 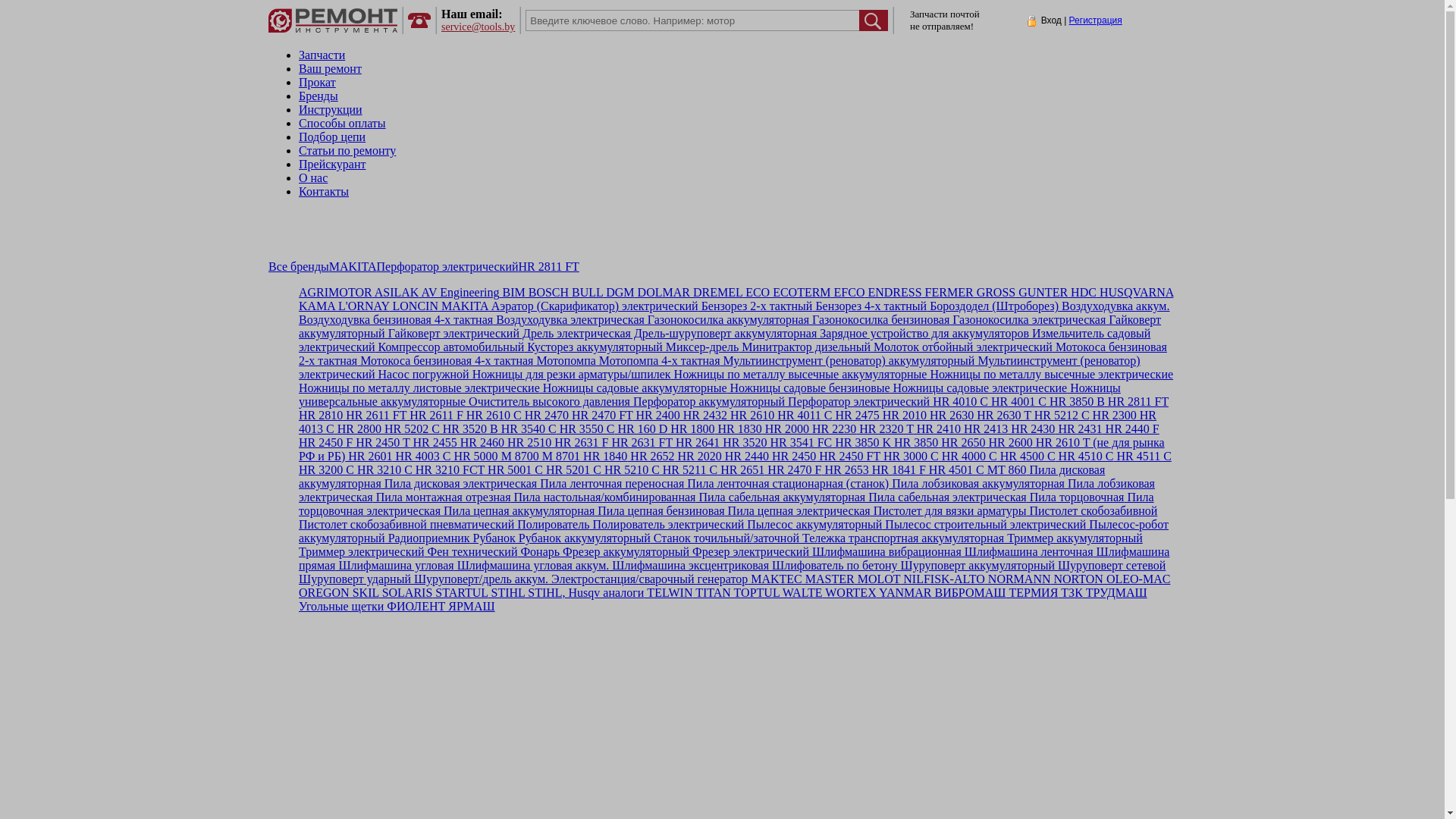 I want to click on 'NORTON', so click(x=1076, y=579).